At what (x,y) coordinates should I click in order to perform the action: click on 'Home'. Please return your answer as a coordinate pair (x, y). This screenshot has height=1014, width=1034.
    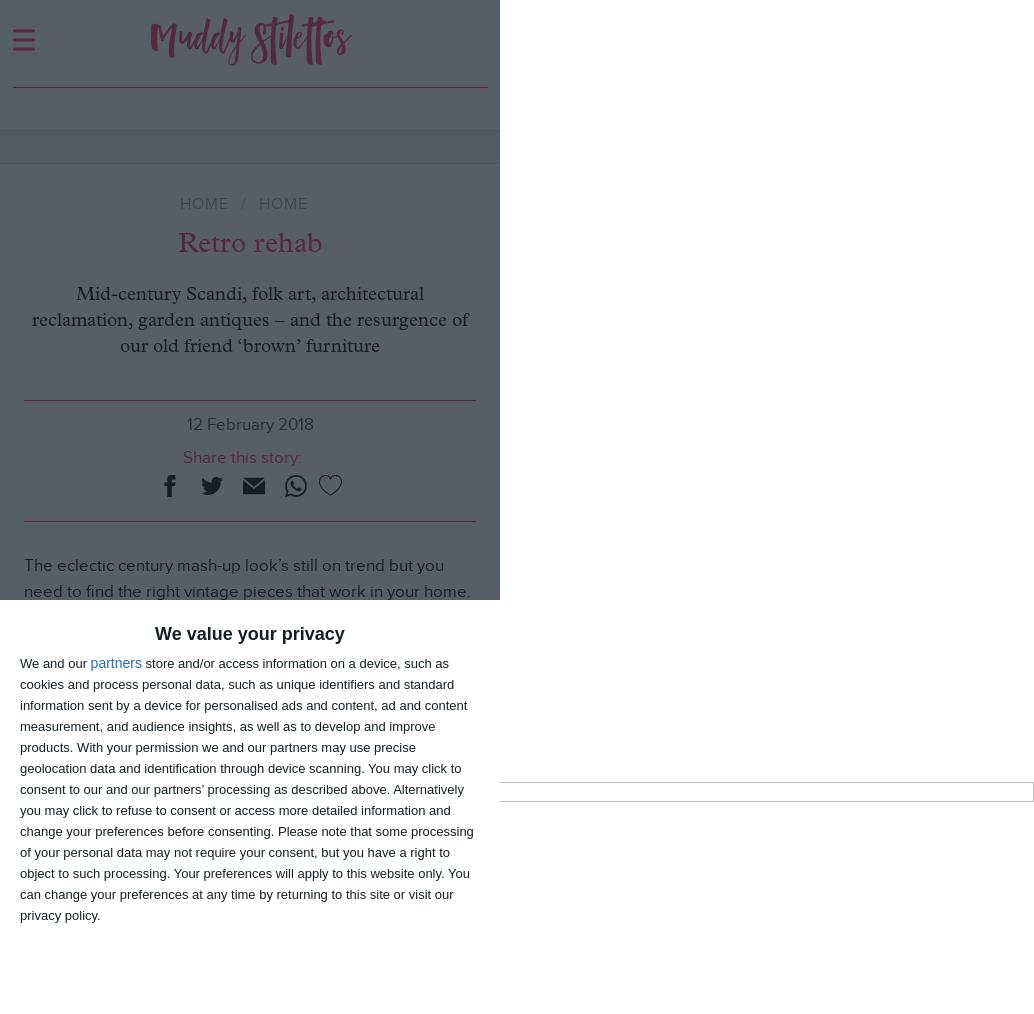
    Looking at the image, I should click on (204, 203).